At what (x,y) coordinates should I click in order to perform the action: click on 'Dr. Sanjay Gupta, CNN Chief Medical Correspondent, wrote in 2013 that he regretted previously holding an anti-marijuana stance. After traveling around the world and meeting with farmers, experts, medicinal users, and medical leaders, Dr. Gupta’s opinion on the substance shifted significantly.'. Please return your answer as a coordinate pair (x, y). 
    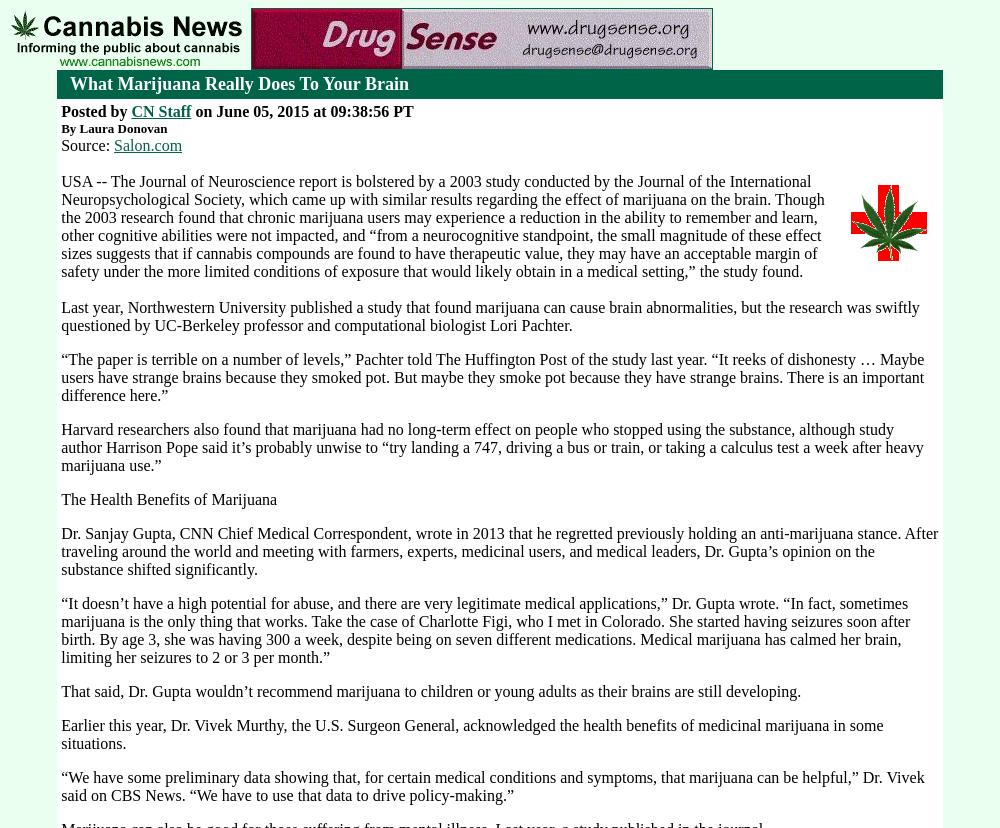
    Looking at the image, I should click on (498, 550).